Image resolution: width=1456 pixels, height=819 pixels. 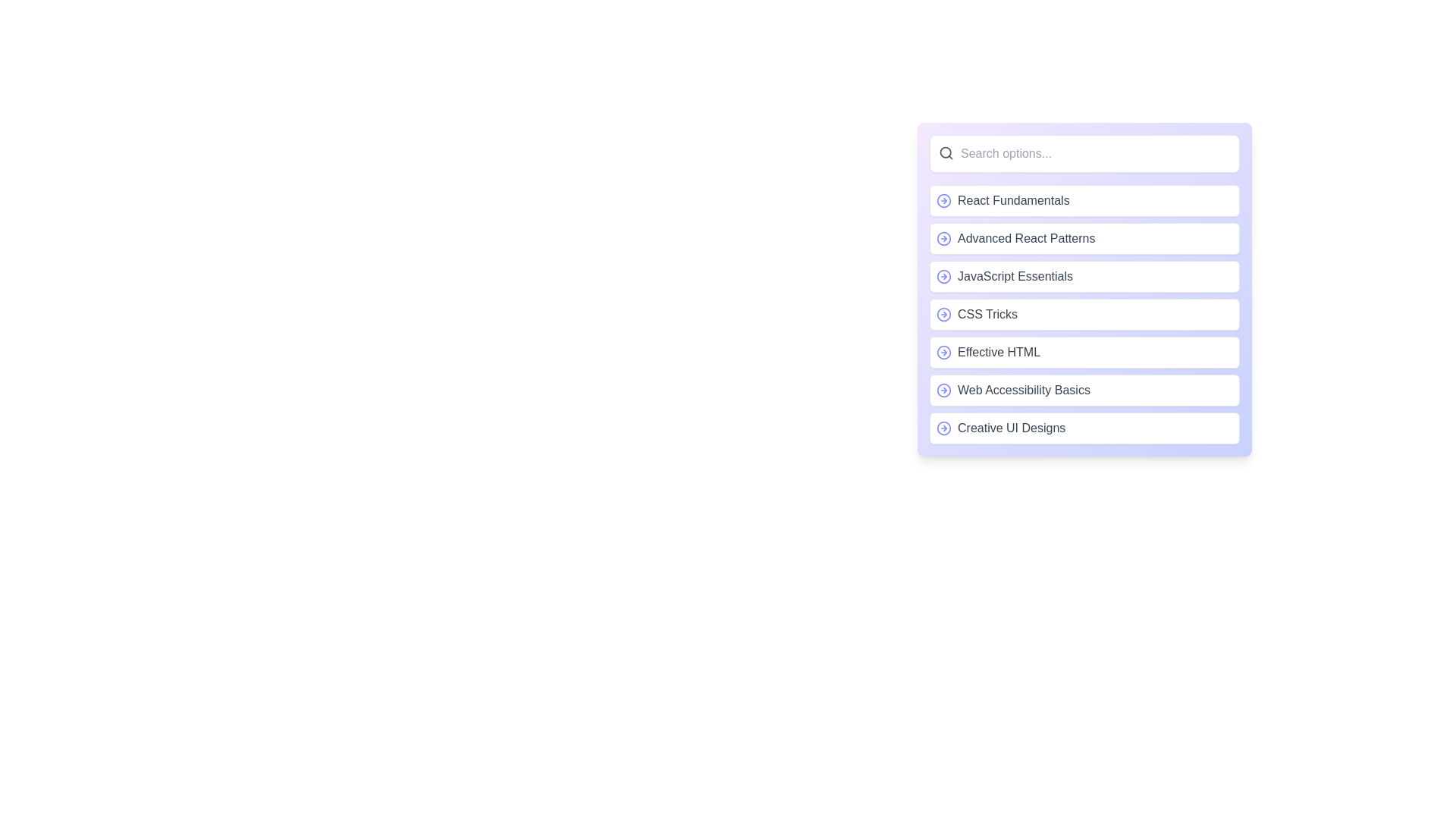 I want to click on the fourth item in the vertical list representing 'CSS Tricks', so click(x=1084, y=314).